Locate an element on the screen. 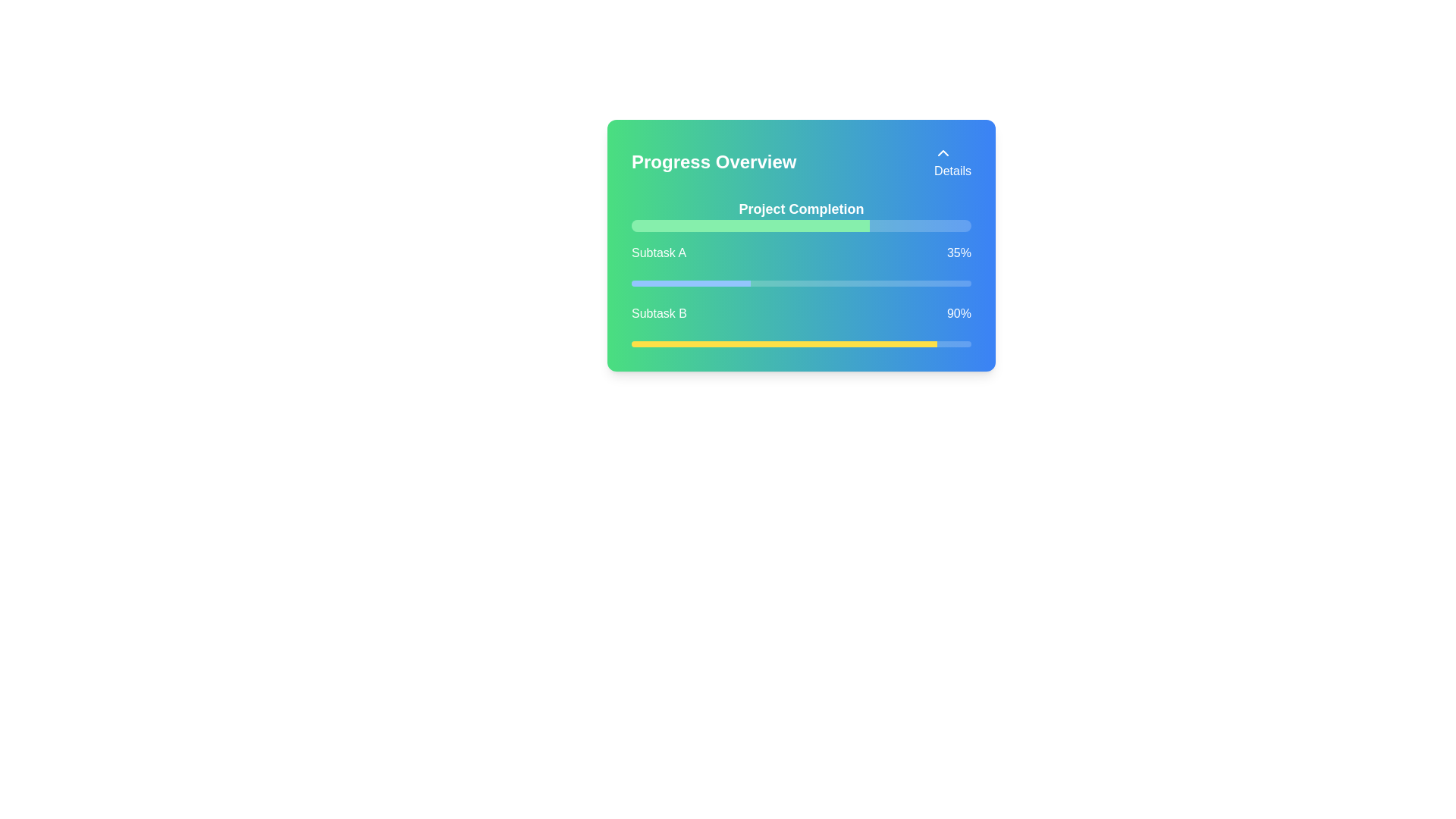  the upward-pointing Chevron icon located at the top-right corner of the 'Progress Overview' card is located at coordinates (943, 152).